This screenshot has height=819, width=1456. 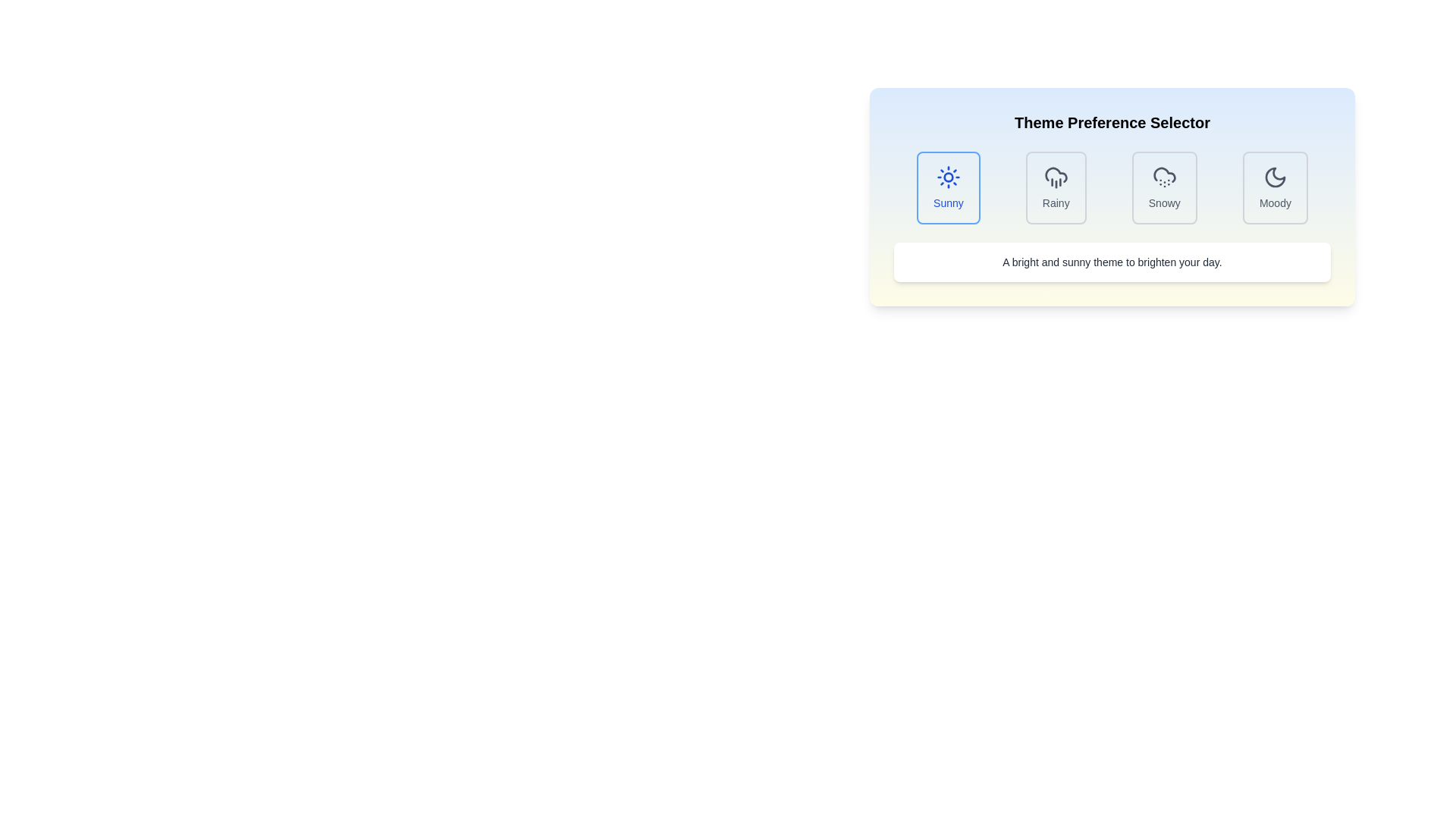 What do you see at coordinates (947, 187) in the screenshot?
I see `the theme Sunny by clicking on the corresponding button` at bounding box center [947, 187].